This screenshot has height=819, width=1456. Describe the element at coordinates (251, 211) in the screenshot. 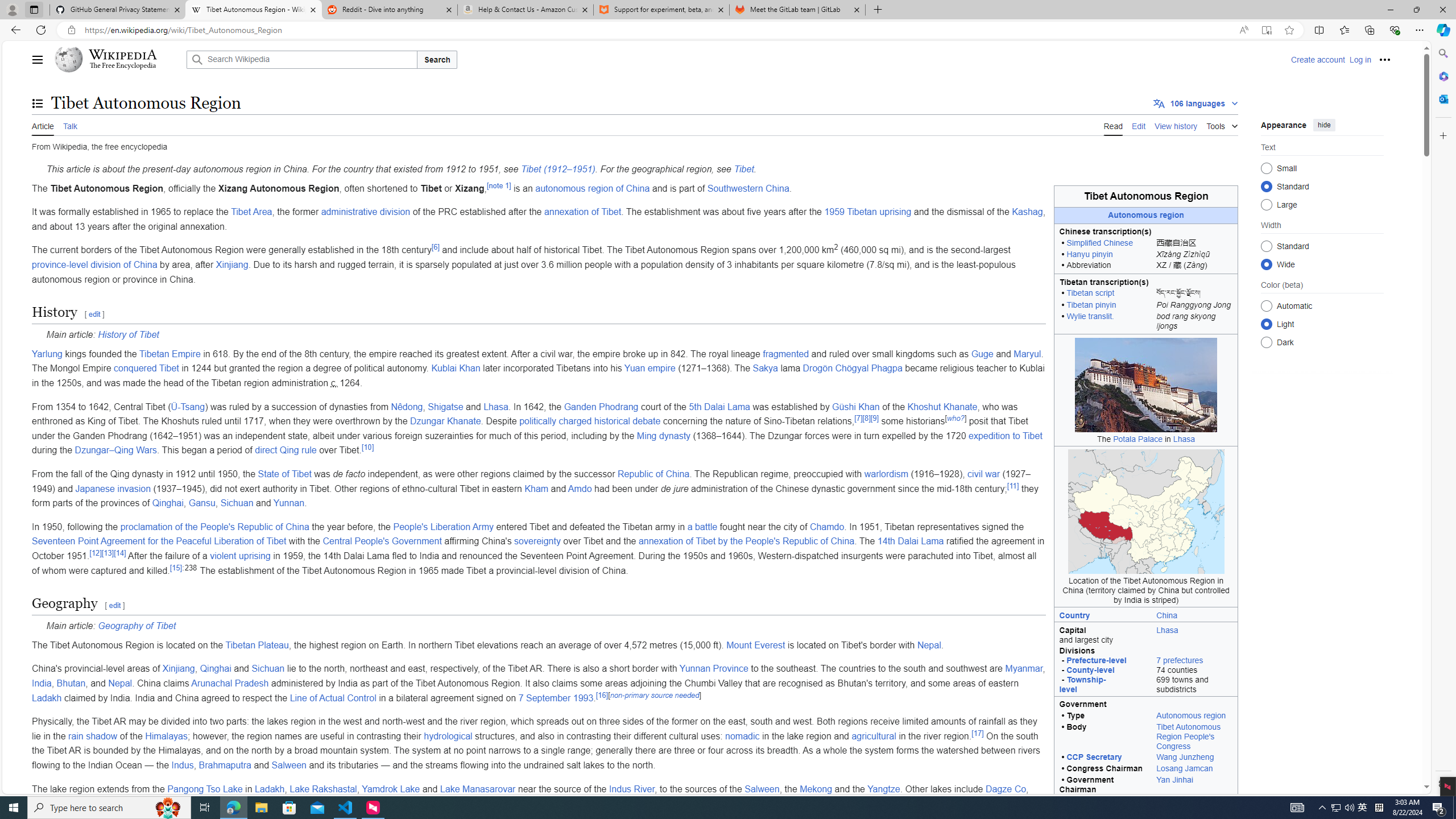

I see `'Tibet Area'` at that location.